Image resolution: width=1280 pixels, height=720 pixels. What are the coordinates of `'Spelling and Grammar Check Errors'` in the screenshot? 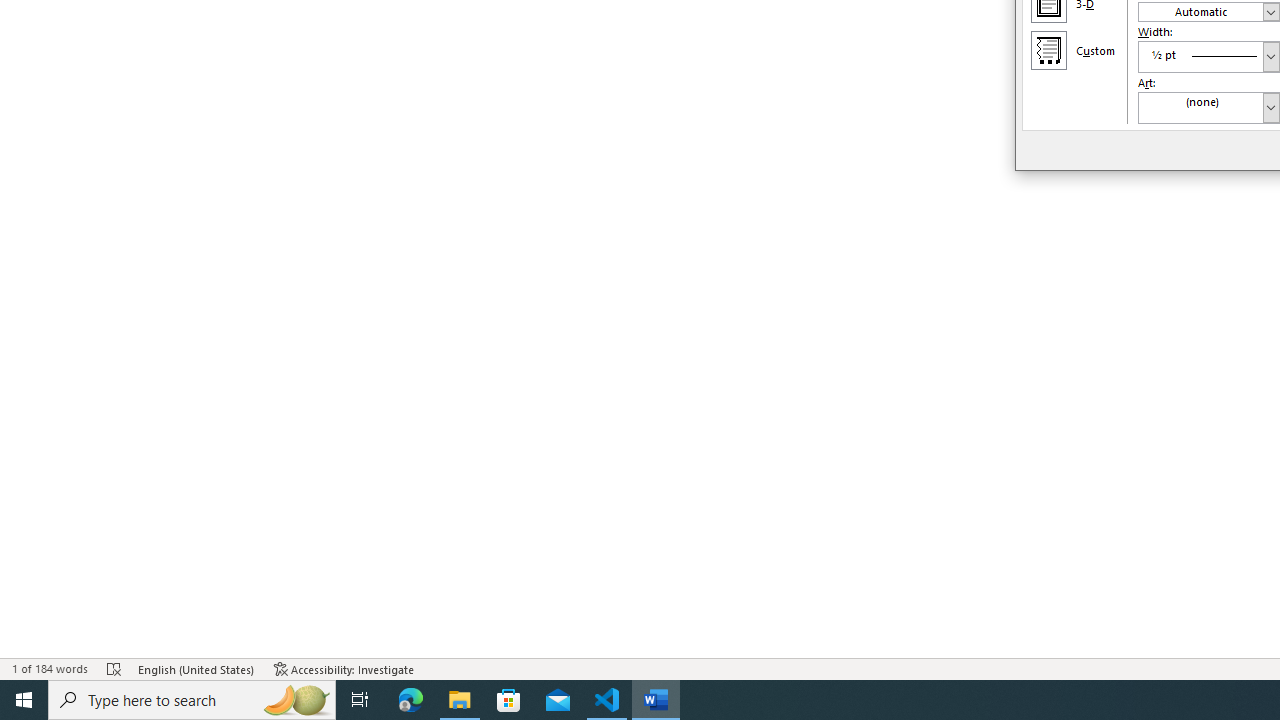 It's located at (113, 669).